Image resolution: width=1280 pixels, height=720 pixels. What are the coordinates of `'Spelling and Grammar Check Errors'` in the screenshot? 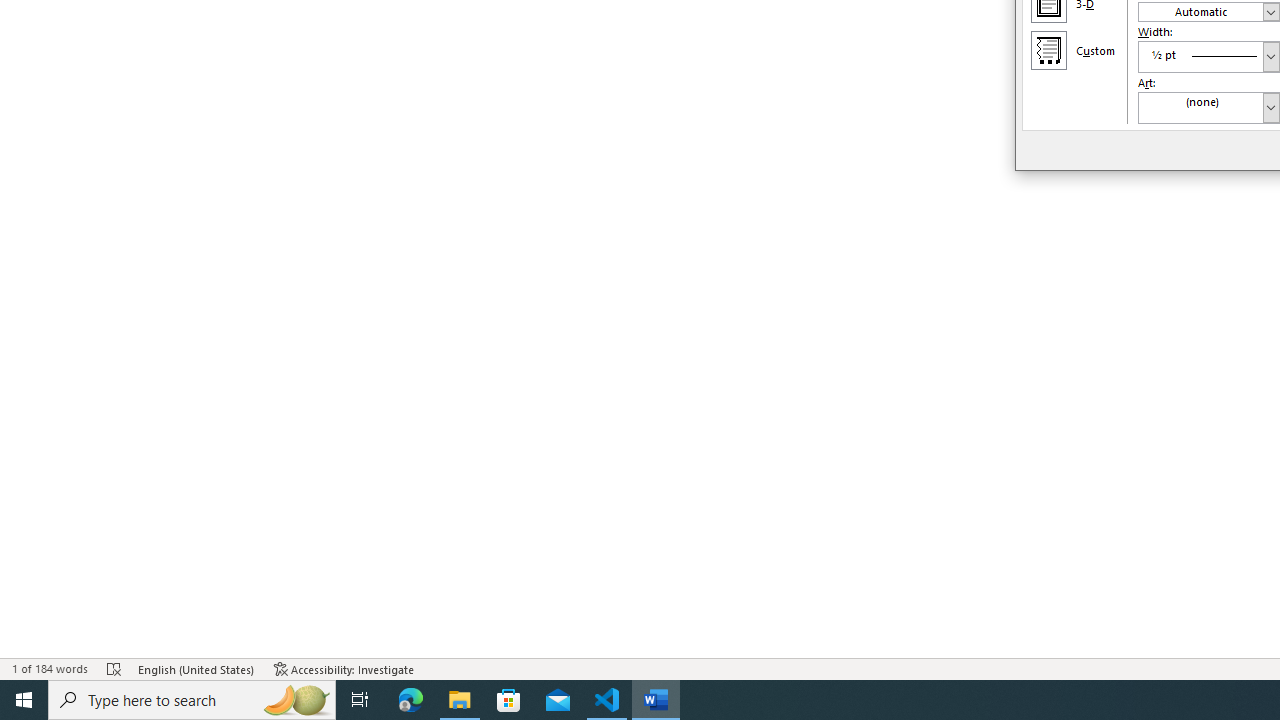 It's located at (113, 669).